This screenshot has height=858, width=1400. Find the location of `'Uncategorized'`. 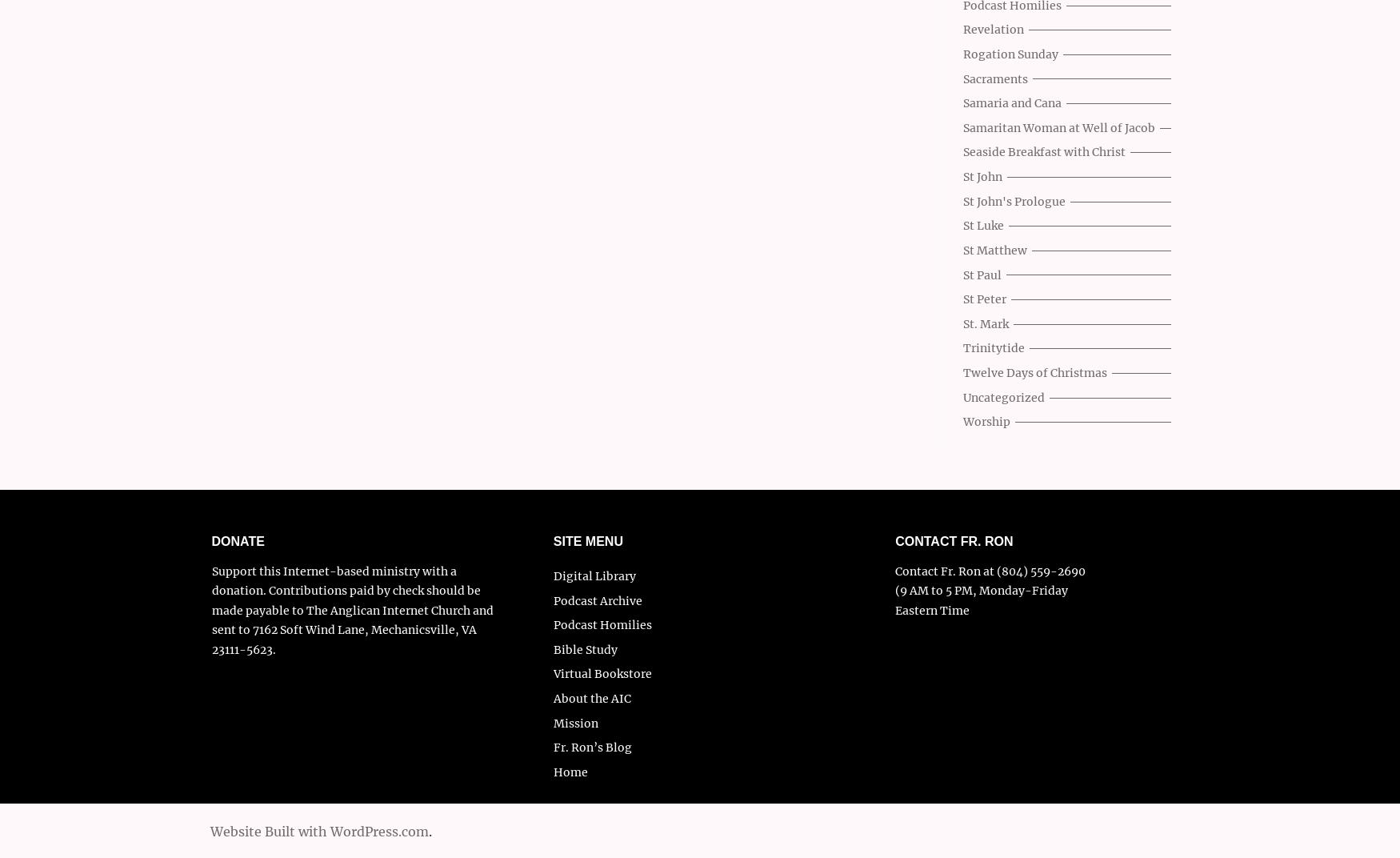

'Uncategorized' is located at coordinates (963, 397).